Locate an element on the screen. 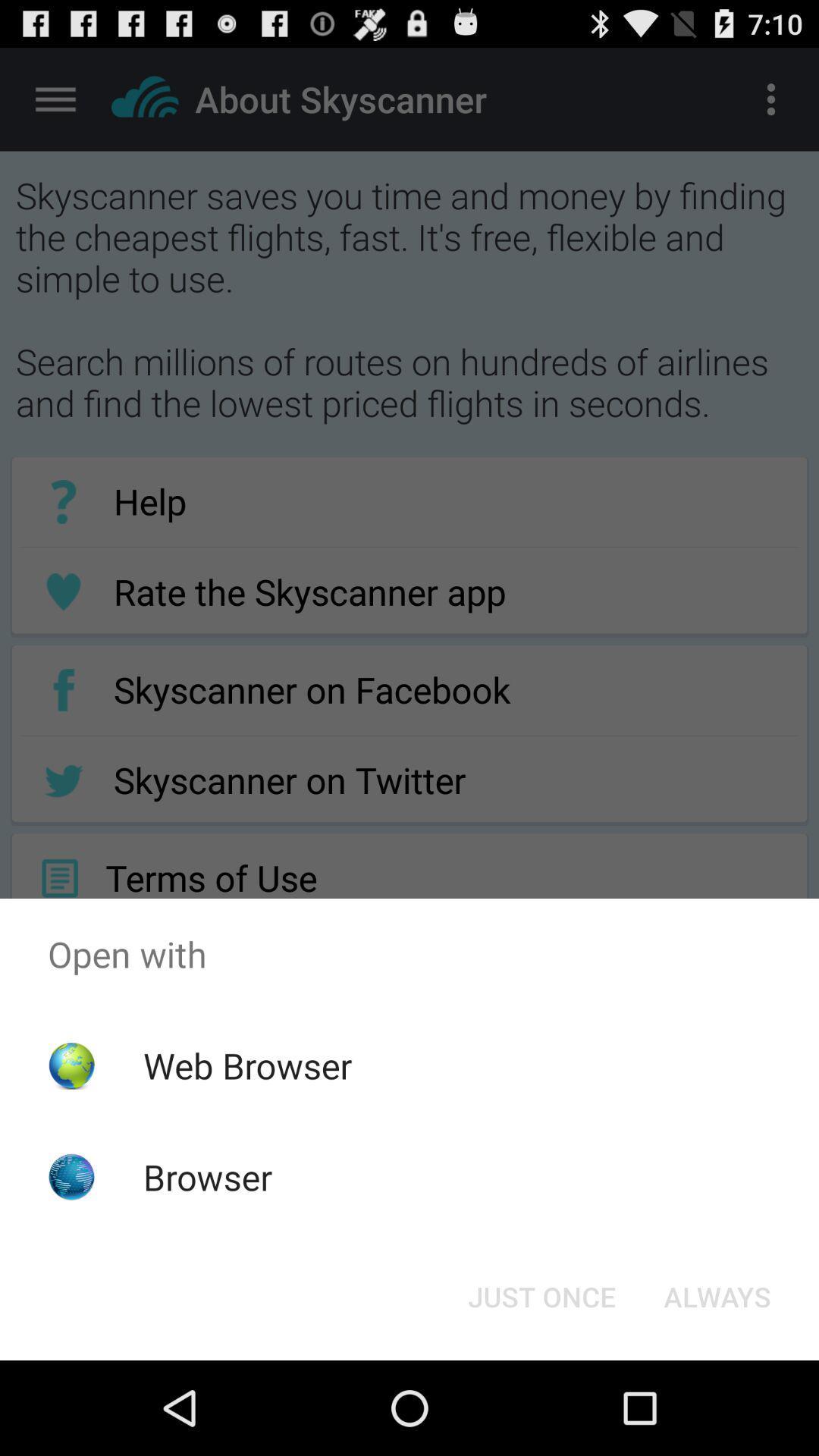 This screenshot has width=819, height=1456. the button next to just once item is located at coordinates (717, 1295).